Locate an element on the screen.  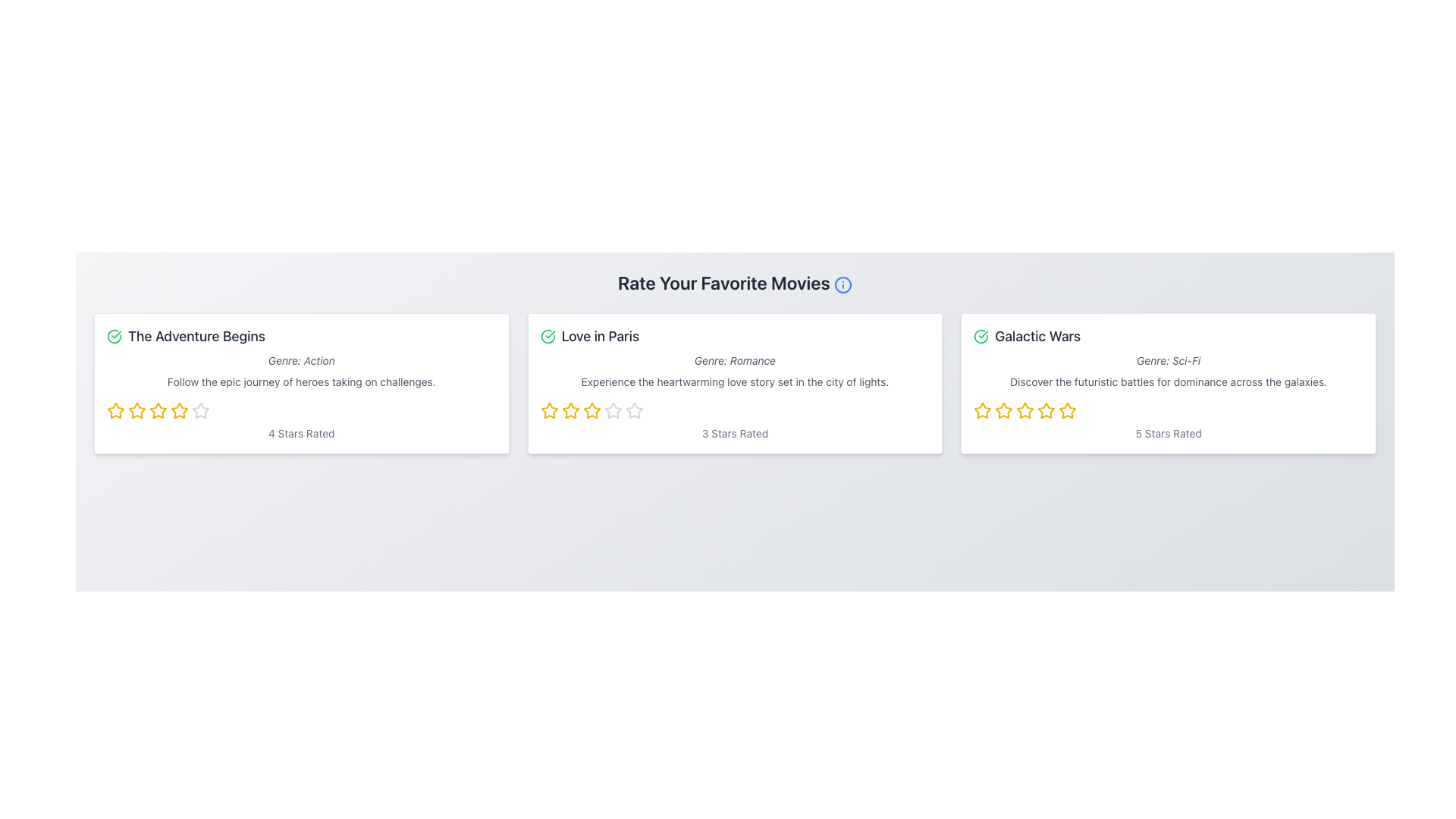
the first star icon in the 'Rate Your Favorite Movies' section, located under the movie title 'Love in Paris' is located at coordinates (570, 410).